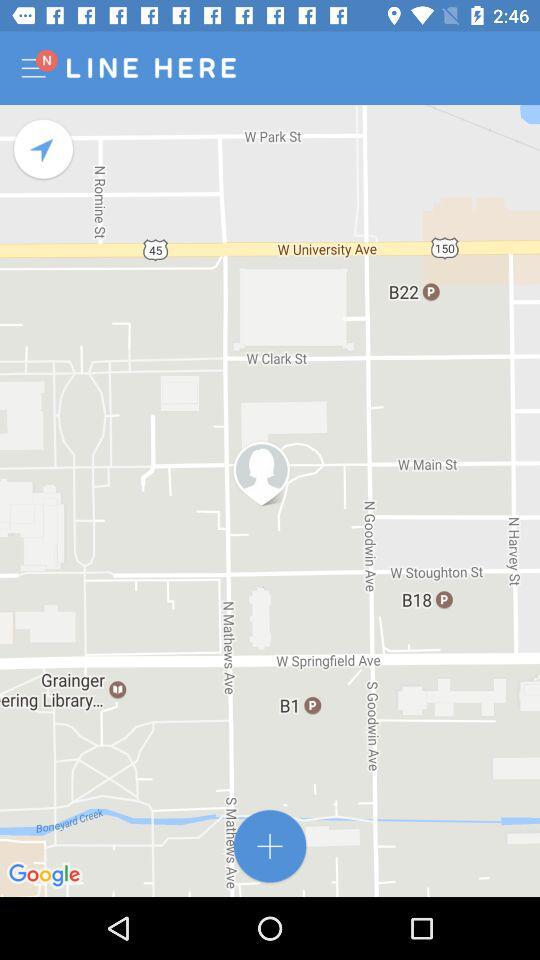 This screenshot has width=540, height=960. Describe the element at coordinates (44, 148) in the screenshot. I see `gps locator` at that location.